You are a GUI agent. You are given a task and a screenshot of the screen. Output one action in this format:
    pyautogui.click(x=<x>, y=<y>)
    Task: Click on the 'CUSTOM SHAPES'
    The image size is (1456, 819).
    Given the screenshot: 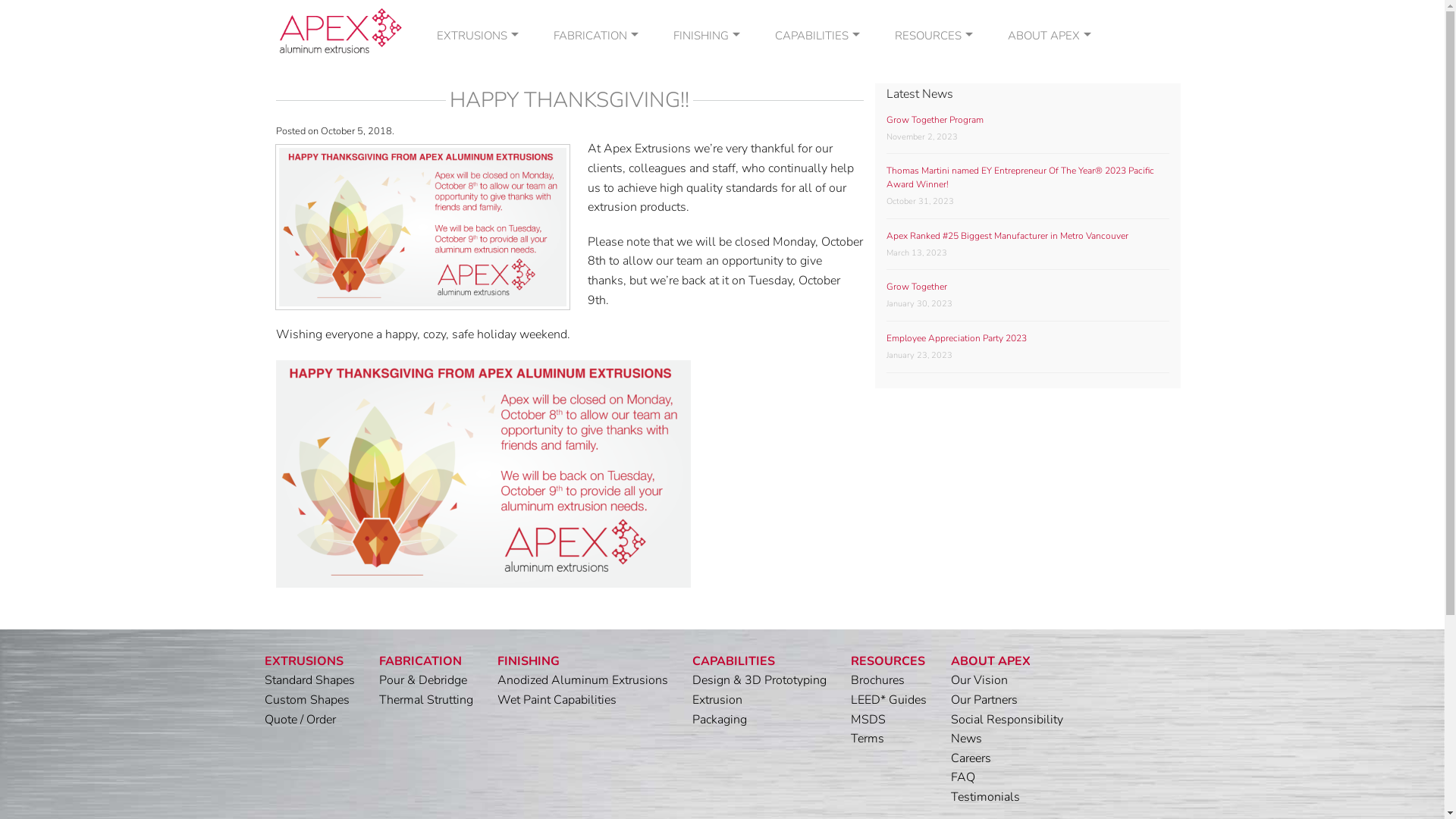 What is the action you would take?
    pyautogui.click(x=475, y=93)
    